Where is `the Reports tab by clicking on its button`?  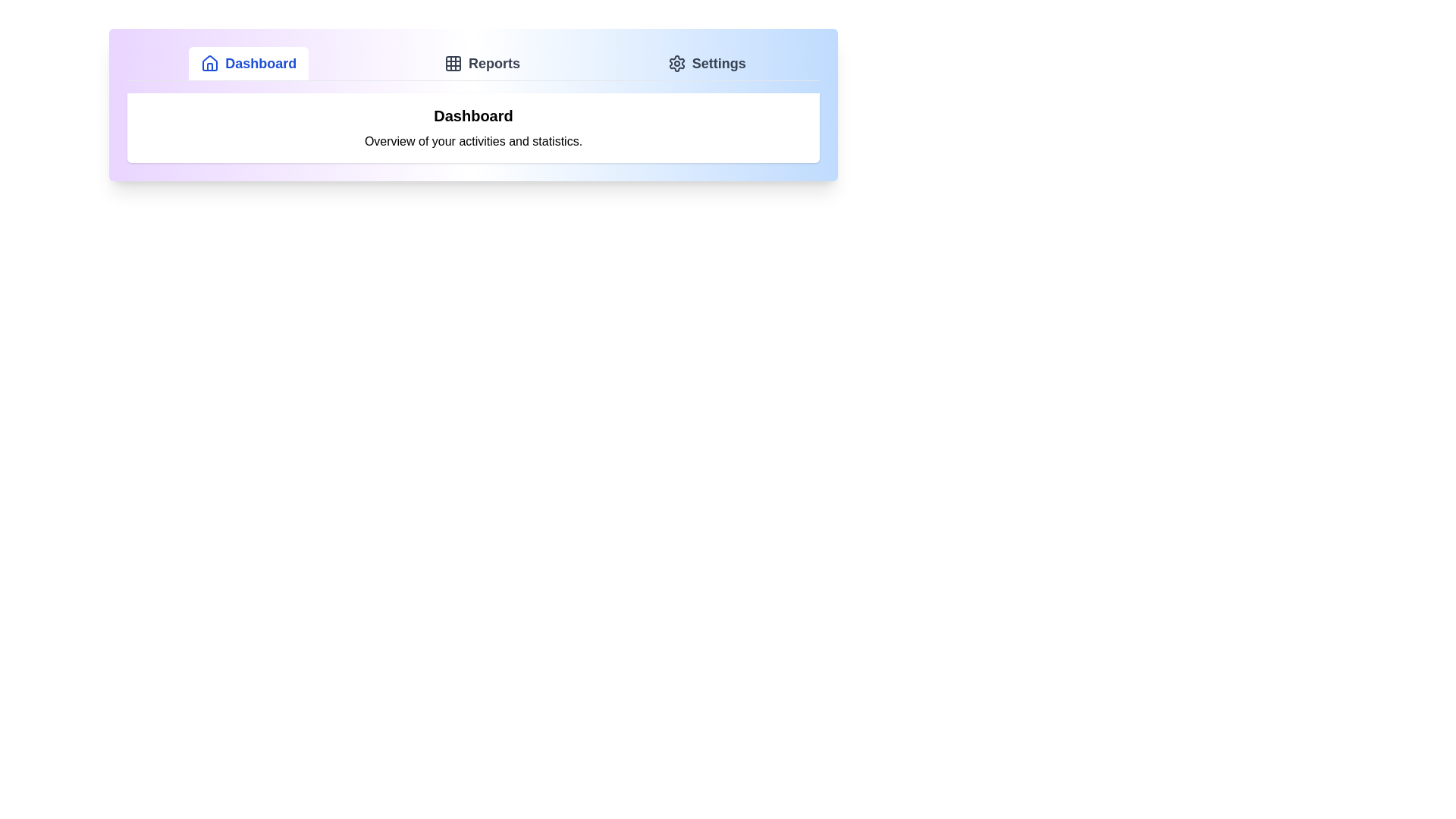
the Reports tab by clicking on its button is located at coordinates (481, 63).